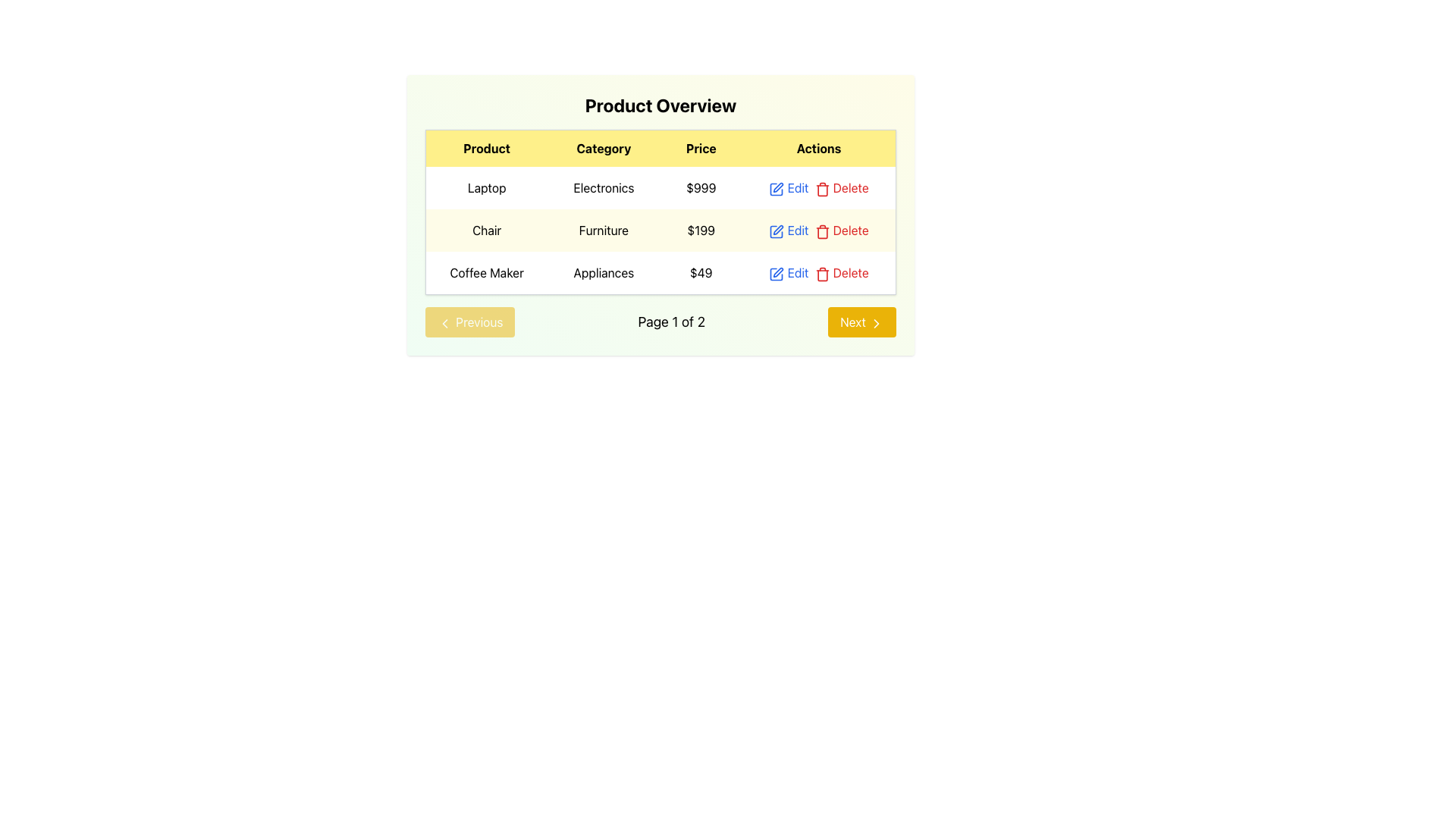 The image size is (1456, 819). I want to click on the Interactive Button with Icon in the Actions column of the table for the Laptop product to underline the text, so click(841, 187).